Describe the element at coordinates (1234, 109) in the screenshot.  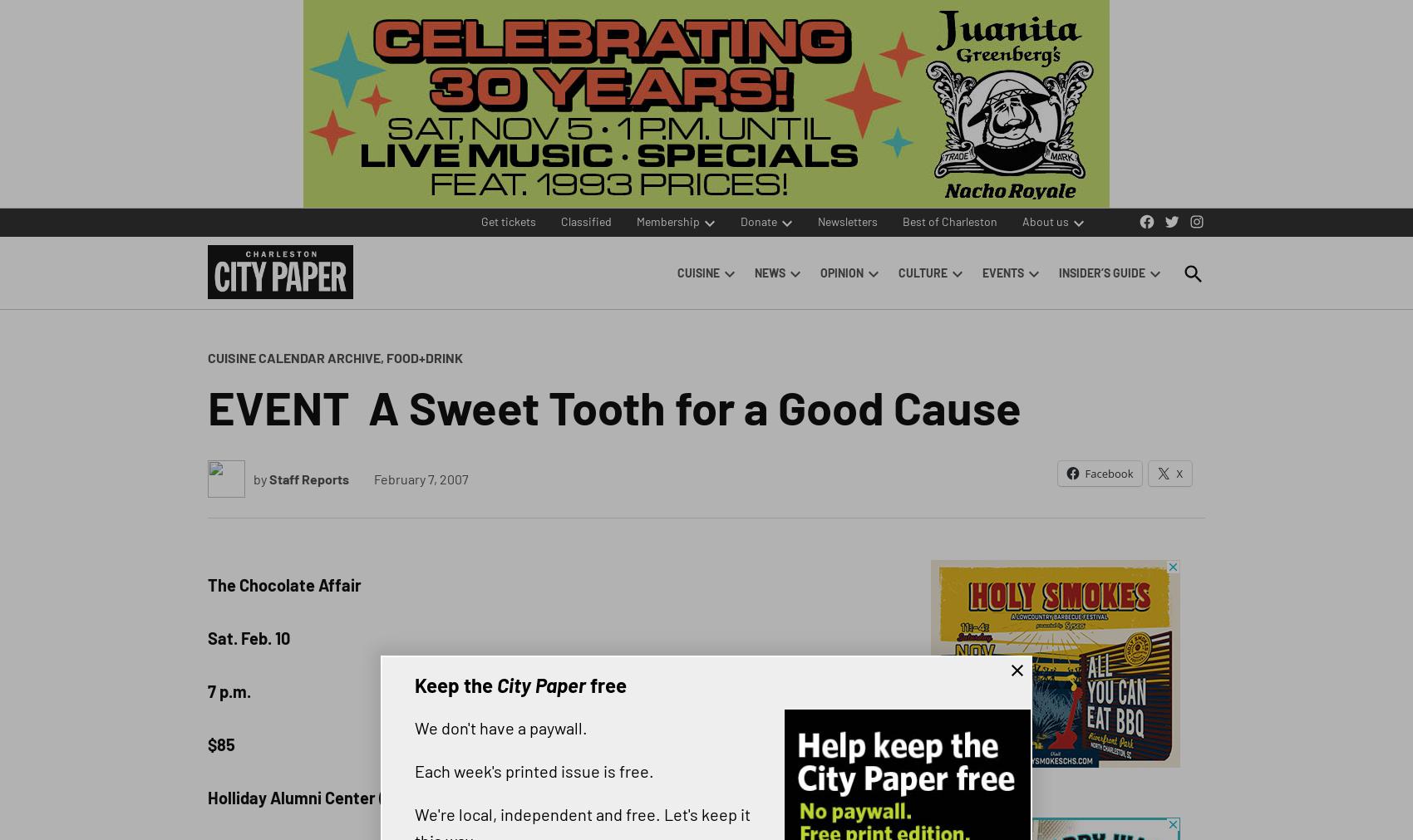
I see `'Newest'` at that location.